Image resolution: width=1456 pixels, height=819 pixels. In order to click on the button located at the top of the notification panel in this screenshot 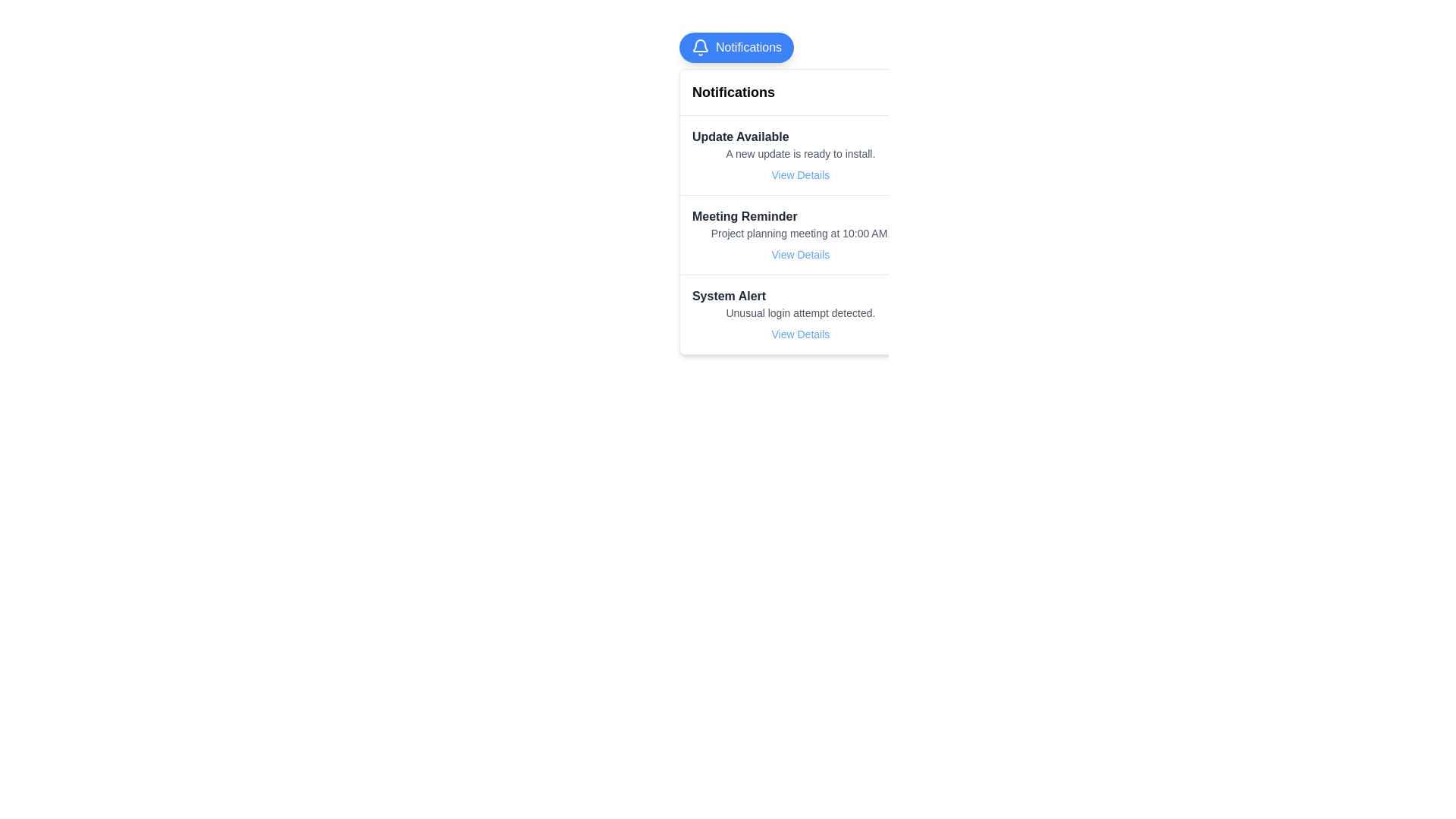, I will do `click(736, 46)`.